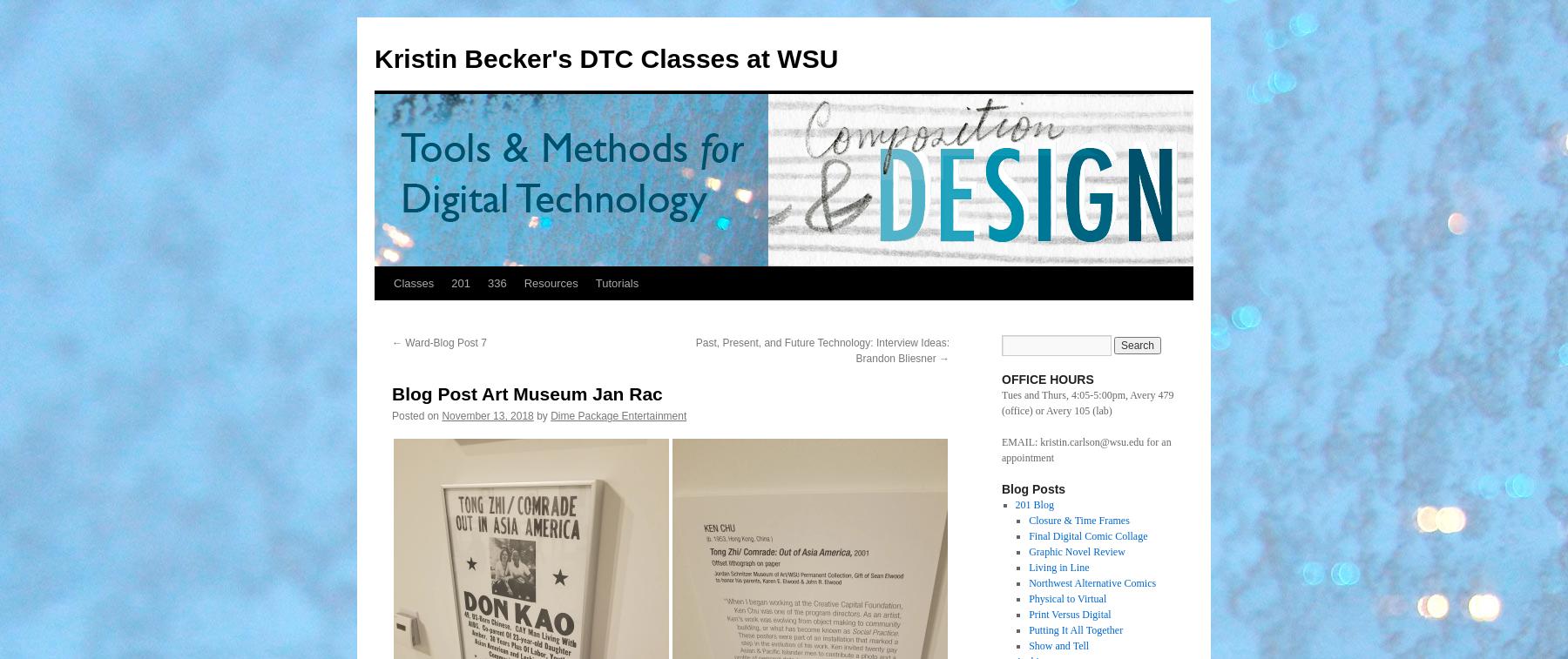 The width and height of the screenshot is (1568, 659). What do you see at coordinates (1001, 402) in the screenshot?
I see `'Tues and Thurs, 4:05-5:00pm, Avery 479 (office) or Avery 105 (lab)'` at bounding box center [1001, 402].